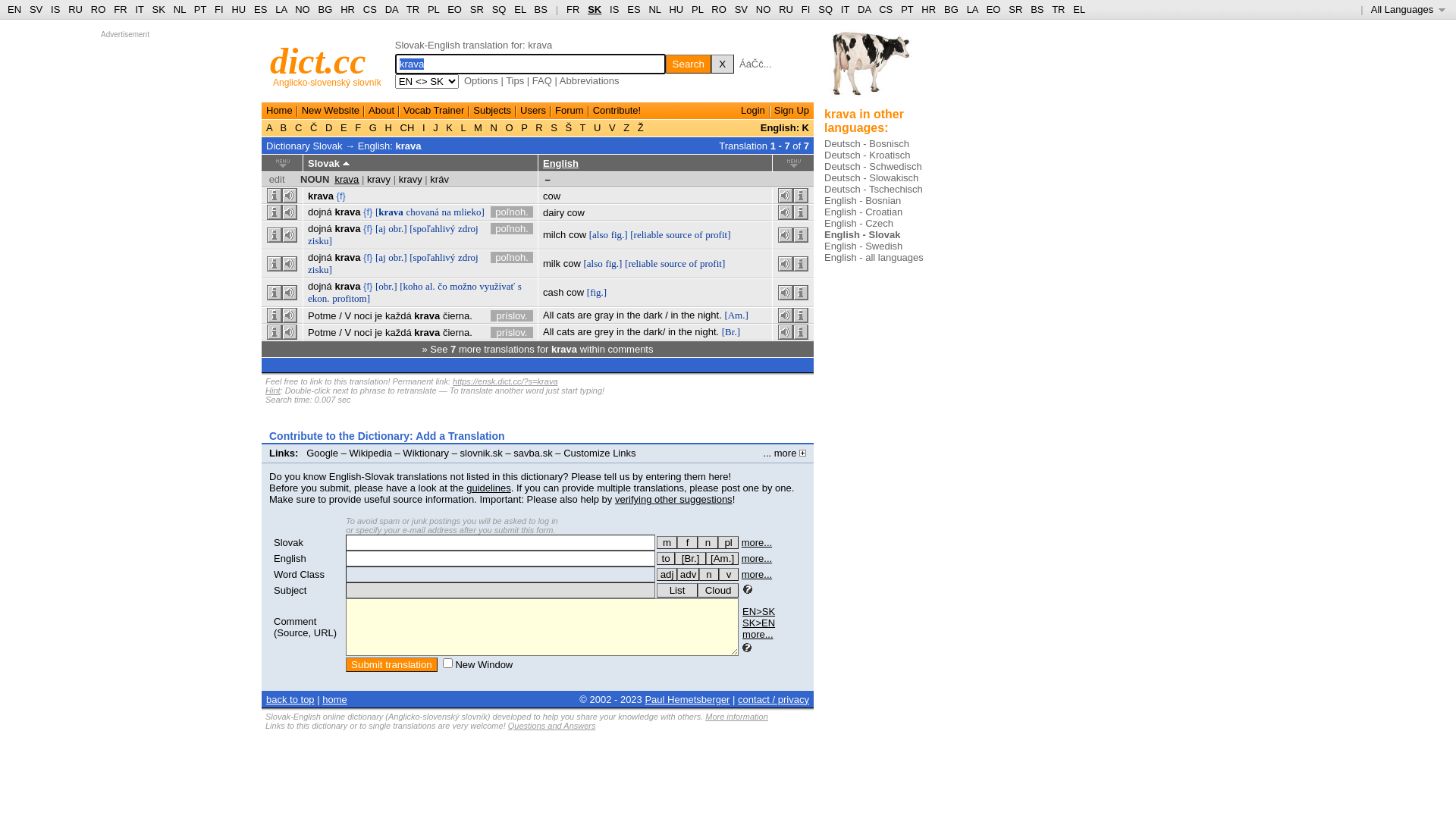 The image size is (1456, 819). Describe the element at coordinates (564, 331) in the screenshot. I see `'cats'` at that location.